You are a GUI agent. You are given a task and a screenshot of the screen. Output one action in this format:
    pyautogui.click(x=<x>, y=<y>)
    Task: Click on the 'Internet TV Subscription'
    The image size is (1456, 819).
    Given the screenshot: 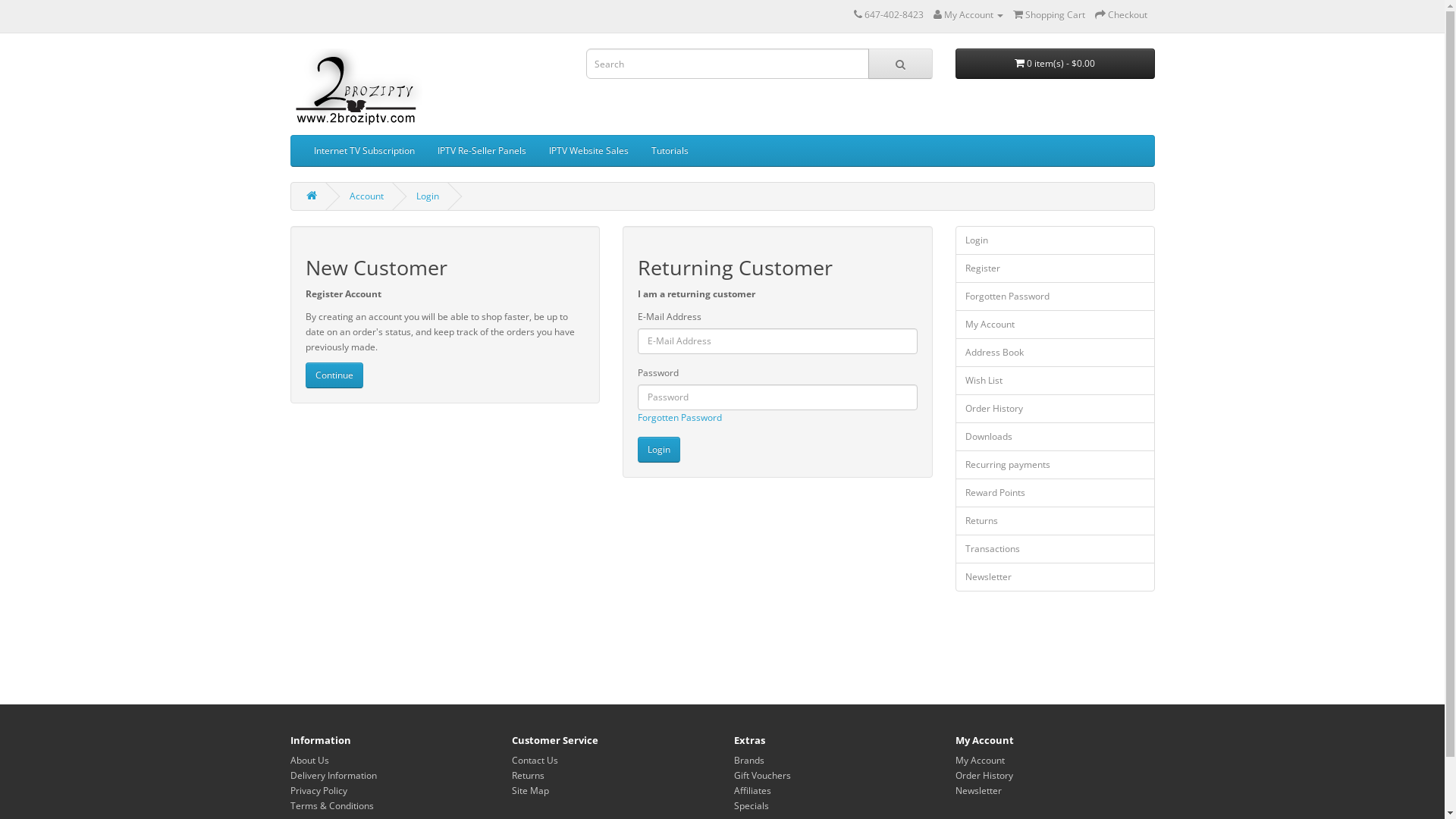 What is the action you would take?
    pyautogui.click(x=362, y=151)
    